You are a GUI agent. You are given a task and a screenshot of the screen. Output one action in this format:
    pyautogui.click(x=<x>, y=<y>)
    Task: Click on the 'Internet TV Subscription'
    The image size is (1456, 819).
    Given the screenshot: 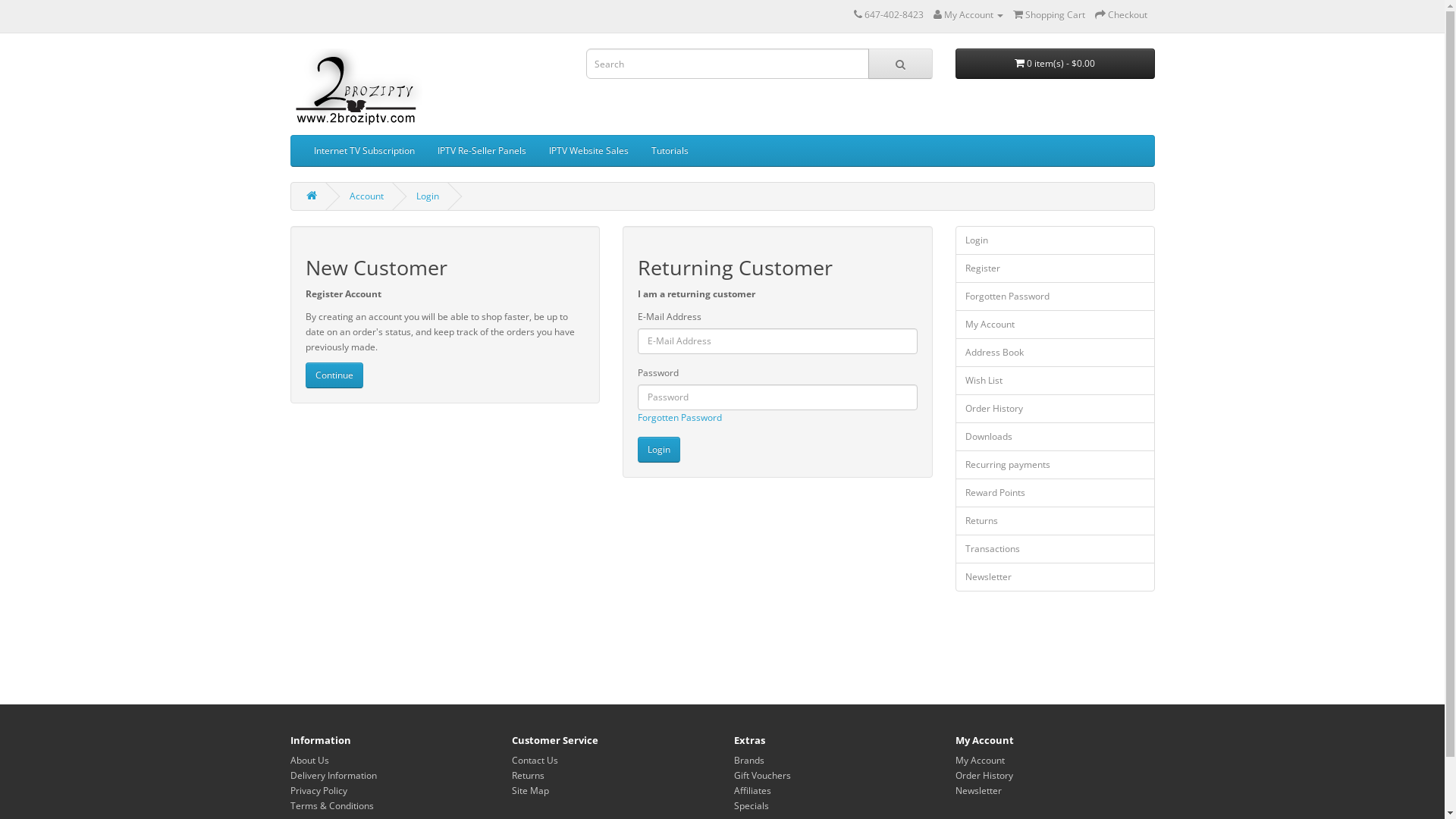 What is the action you would take?
    pyautogui.click(x=362, y=151)
    